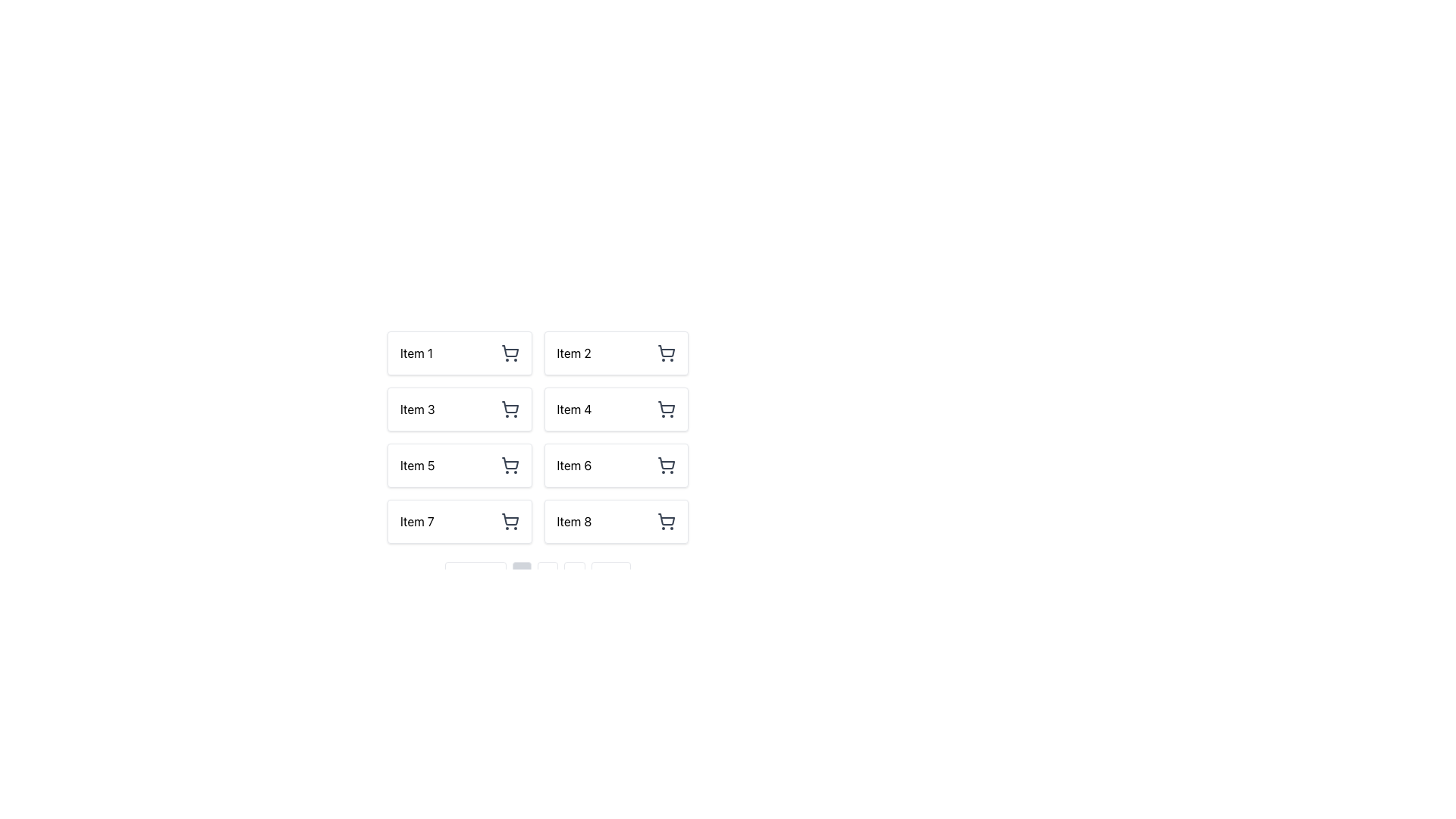  What do you see at coordinates (666, 464) in the screenshot?
I see `the shopping cart icon located at the right end of the 'Item 6' card` at bounding box center [666, 464].